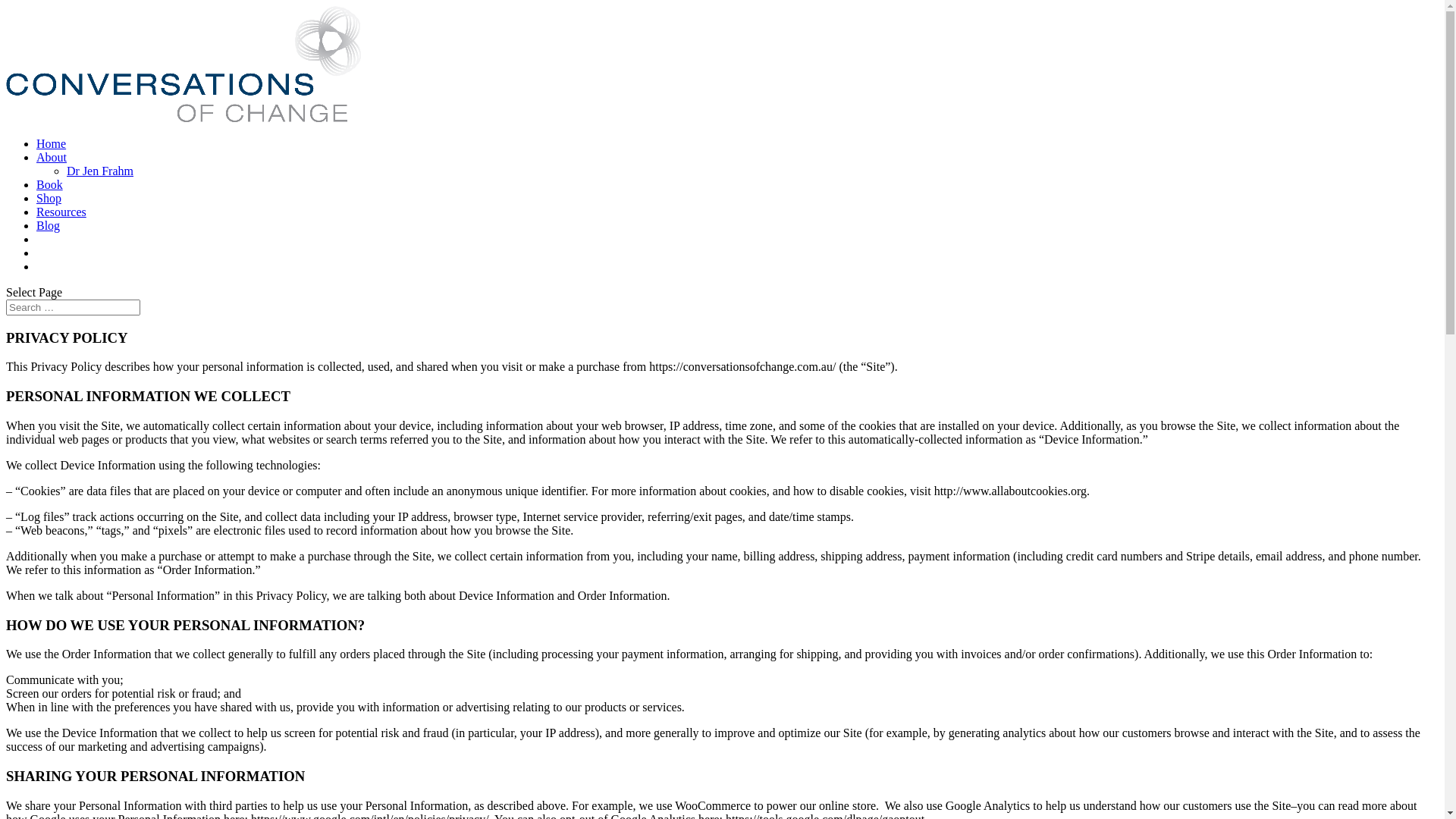 The image size is (1456, 819). I want to click on 'About', so click(51, 157).